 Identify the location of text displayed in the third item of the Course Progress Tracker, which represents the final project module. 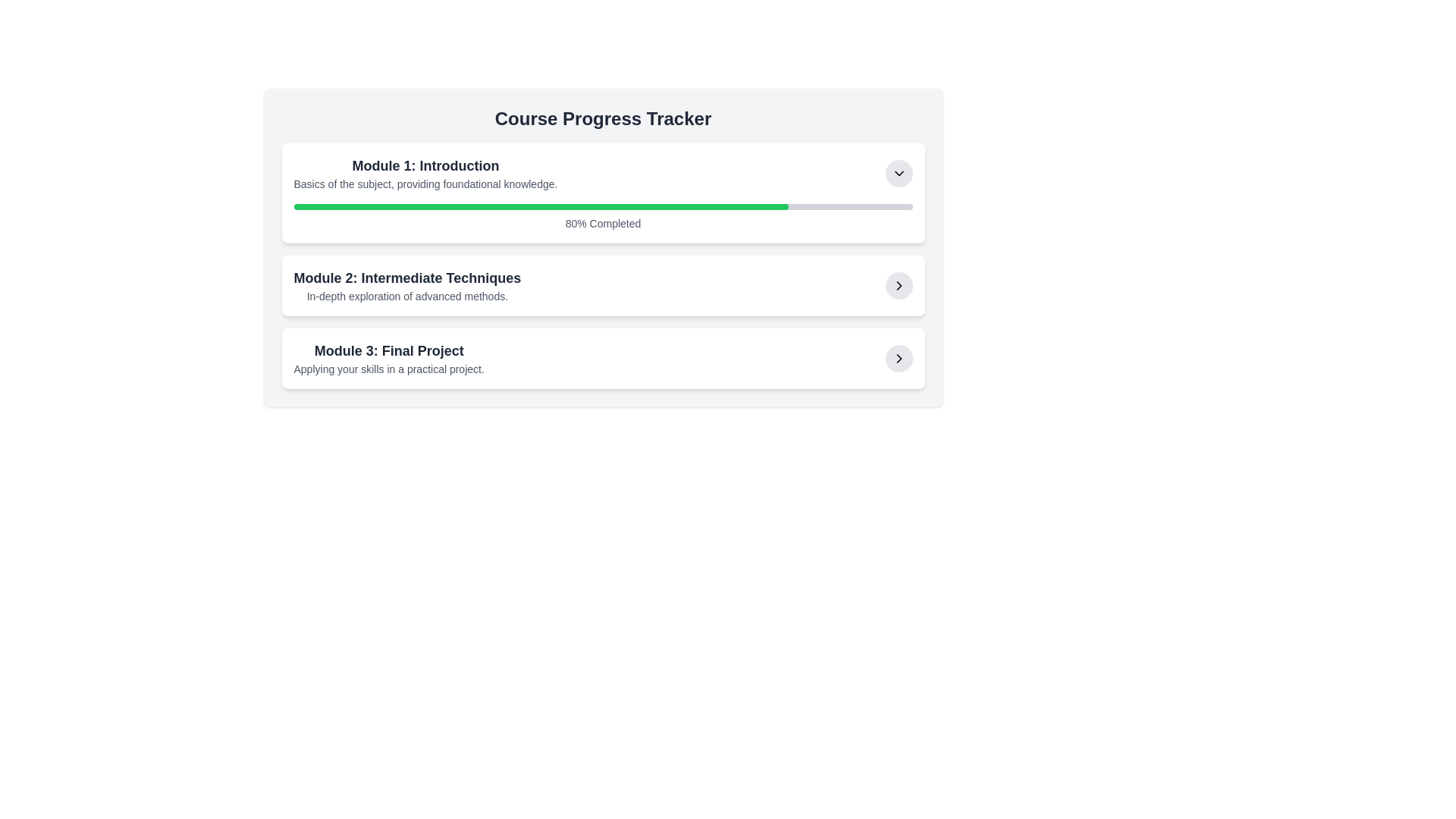
(389, 359).